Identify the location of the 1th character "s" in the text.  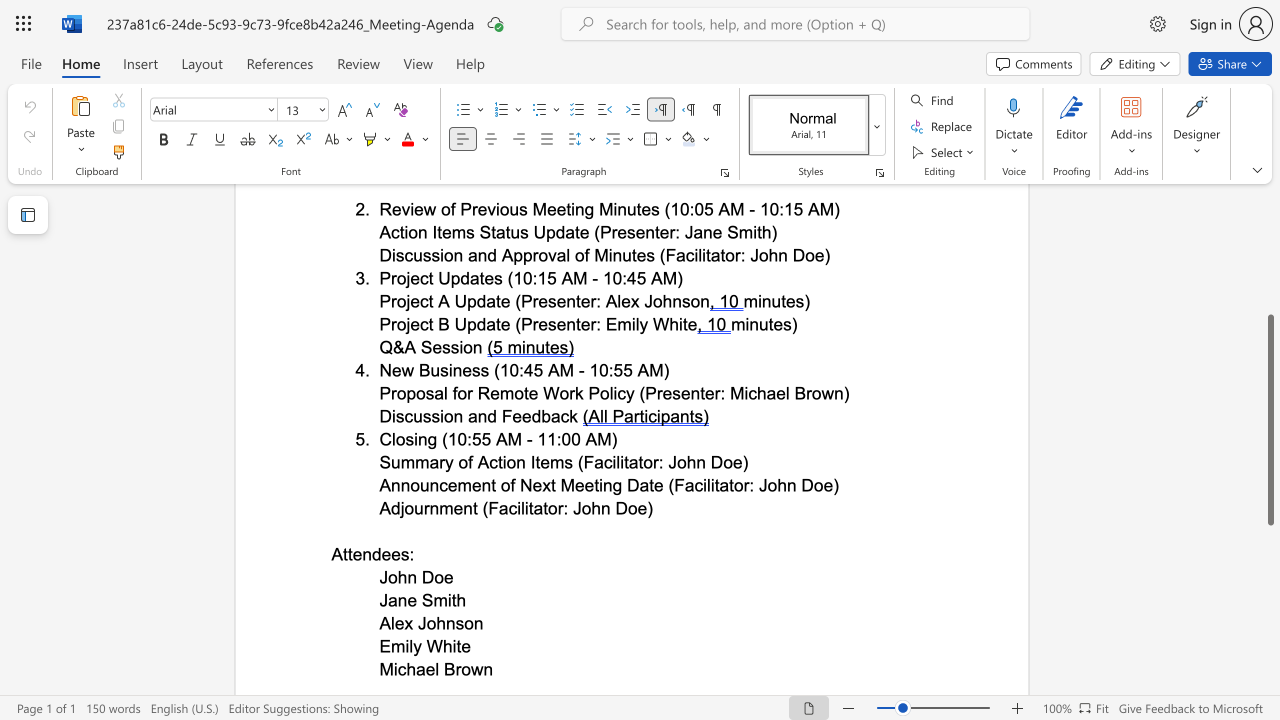
(458, 622).